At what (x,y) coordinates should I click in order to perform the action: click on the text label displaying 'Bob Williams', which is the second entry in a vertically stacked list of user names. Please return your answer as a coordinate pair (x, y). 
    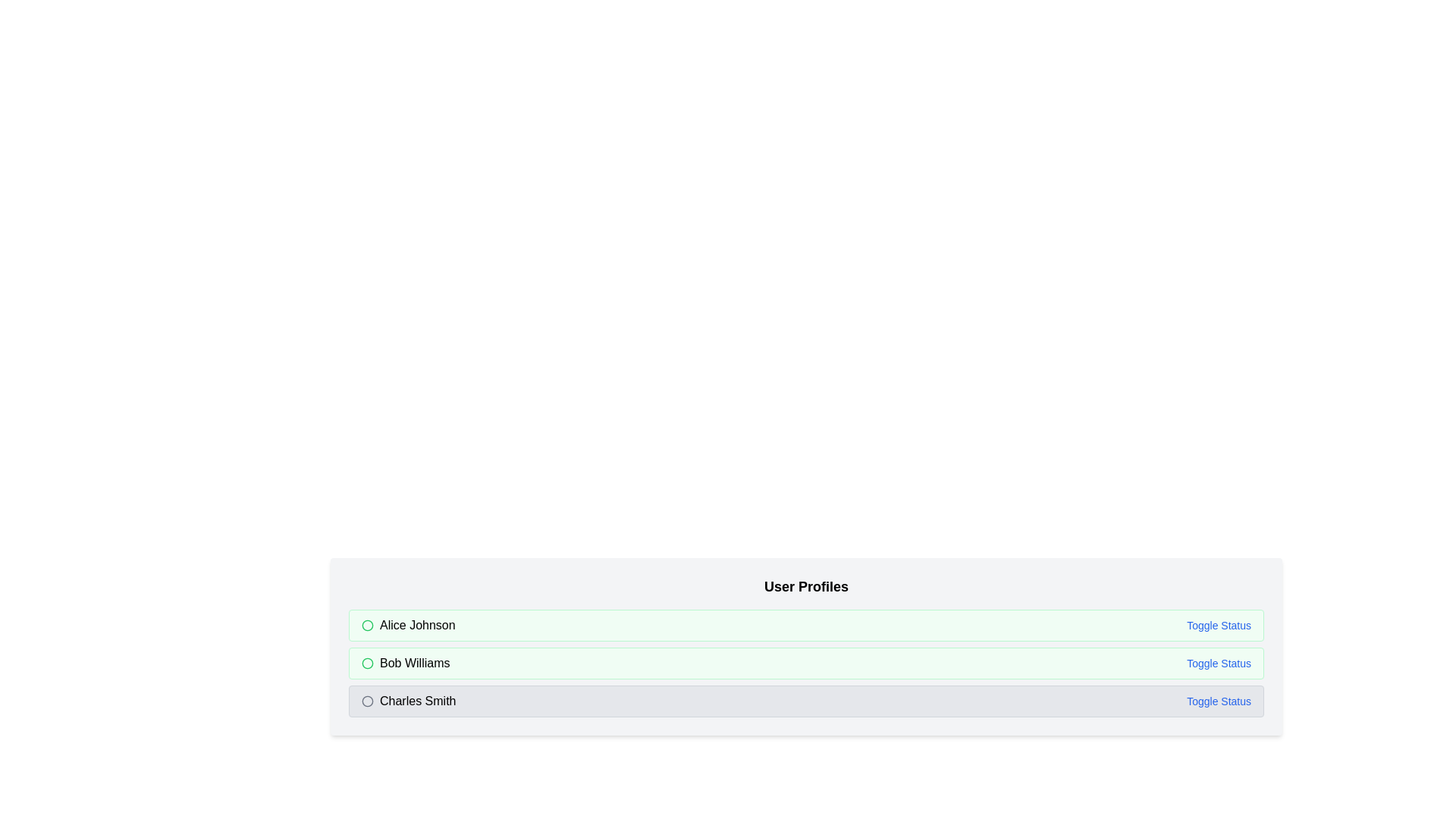
    Looking at the image, I should click on (406, 663).